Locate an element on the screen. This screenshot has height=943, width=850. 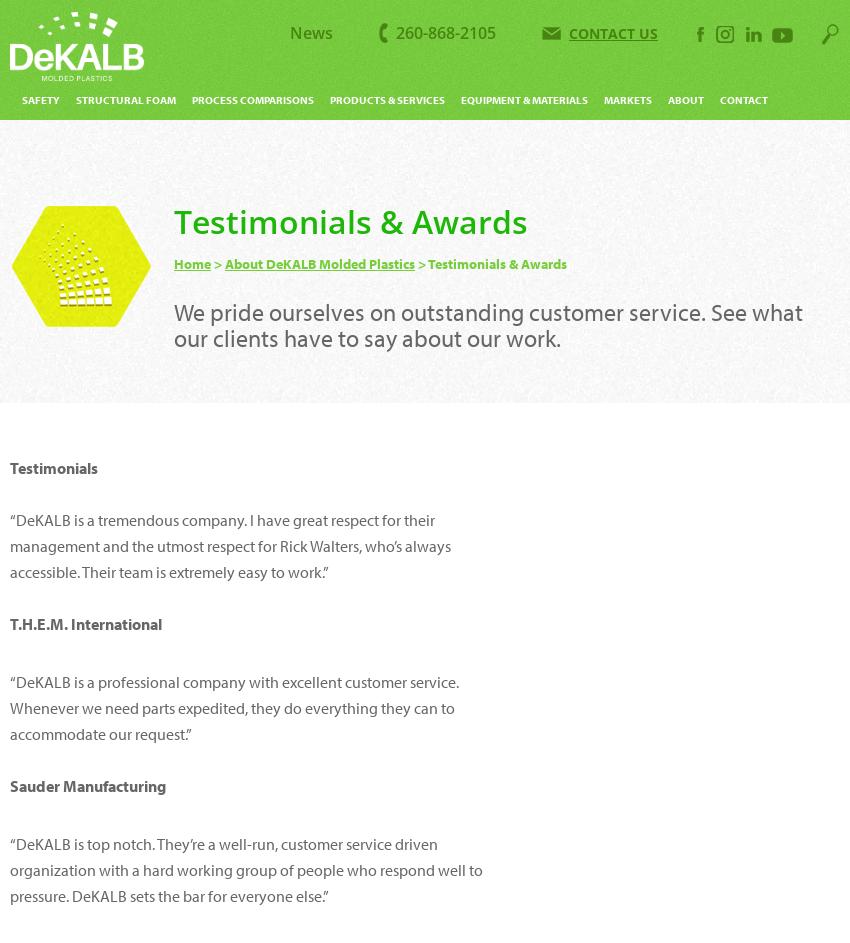
'260-868-2105' is located at coordinates (396, 33).